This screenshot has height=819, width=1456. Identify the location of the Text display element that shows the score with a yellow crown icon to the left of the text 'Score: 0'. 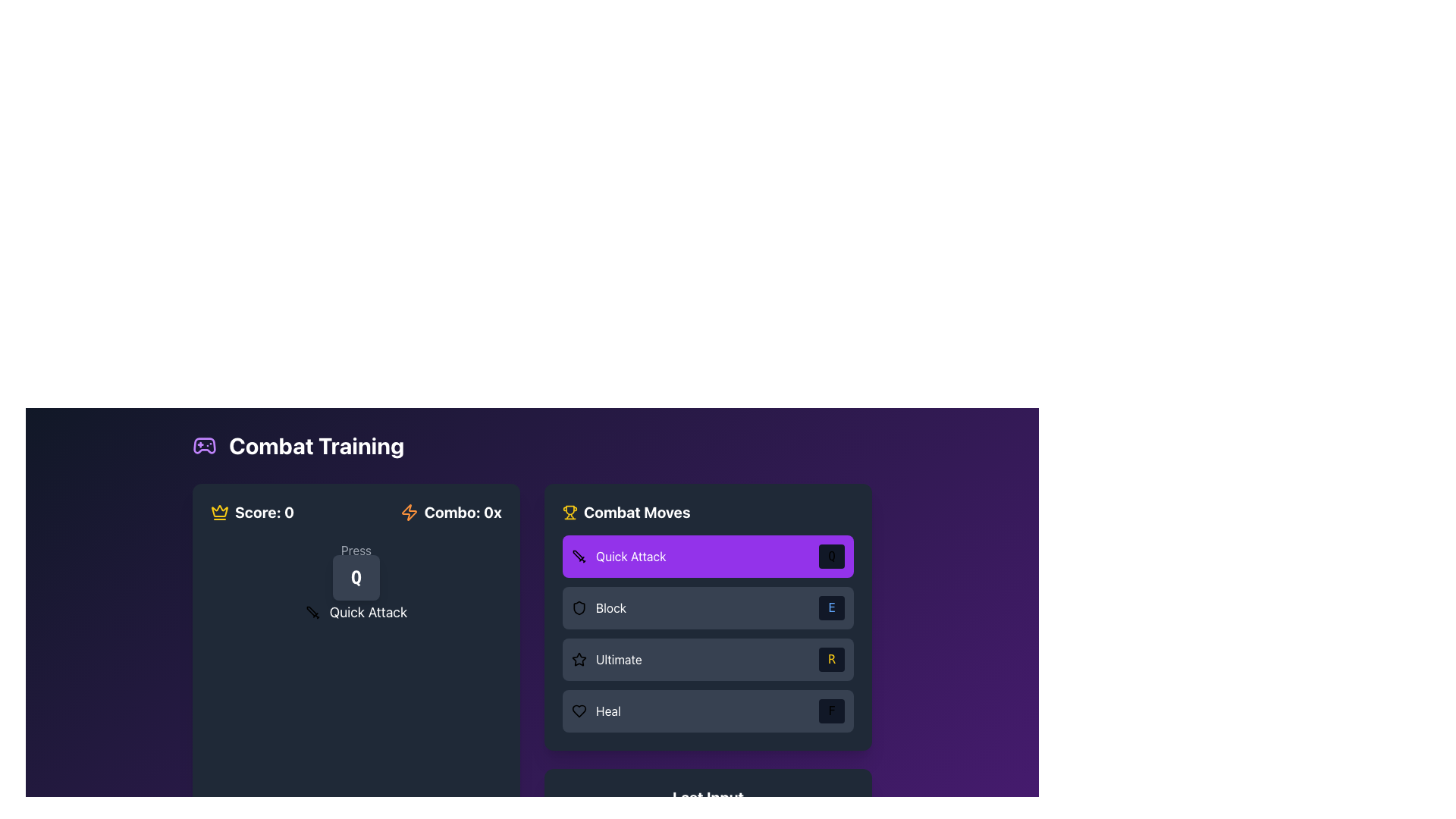
(253, 512).